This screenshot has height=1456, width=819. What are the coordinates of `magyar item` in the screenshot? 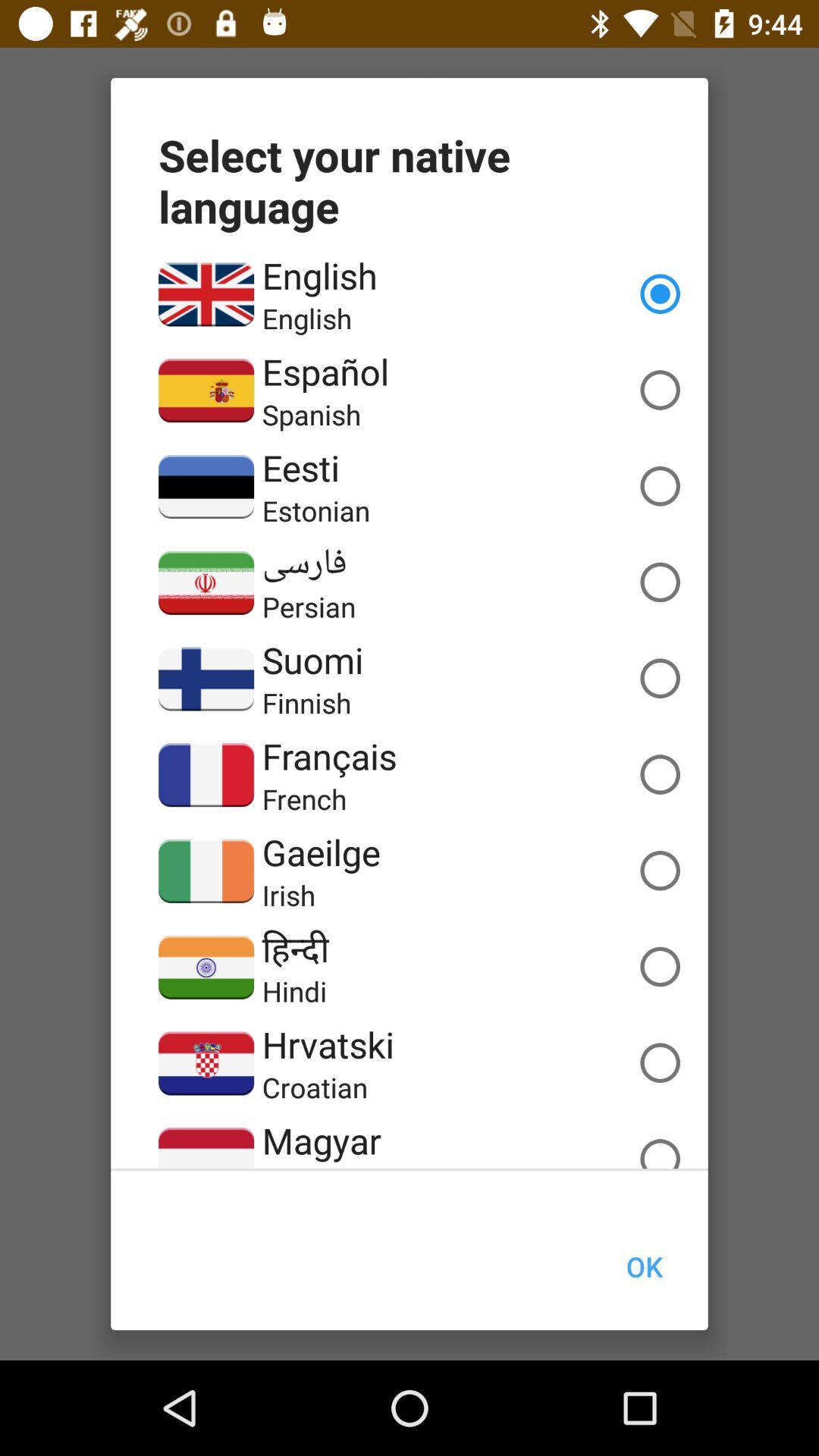 It's located at (321, 1141).